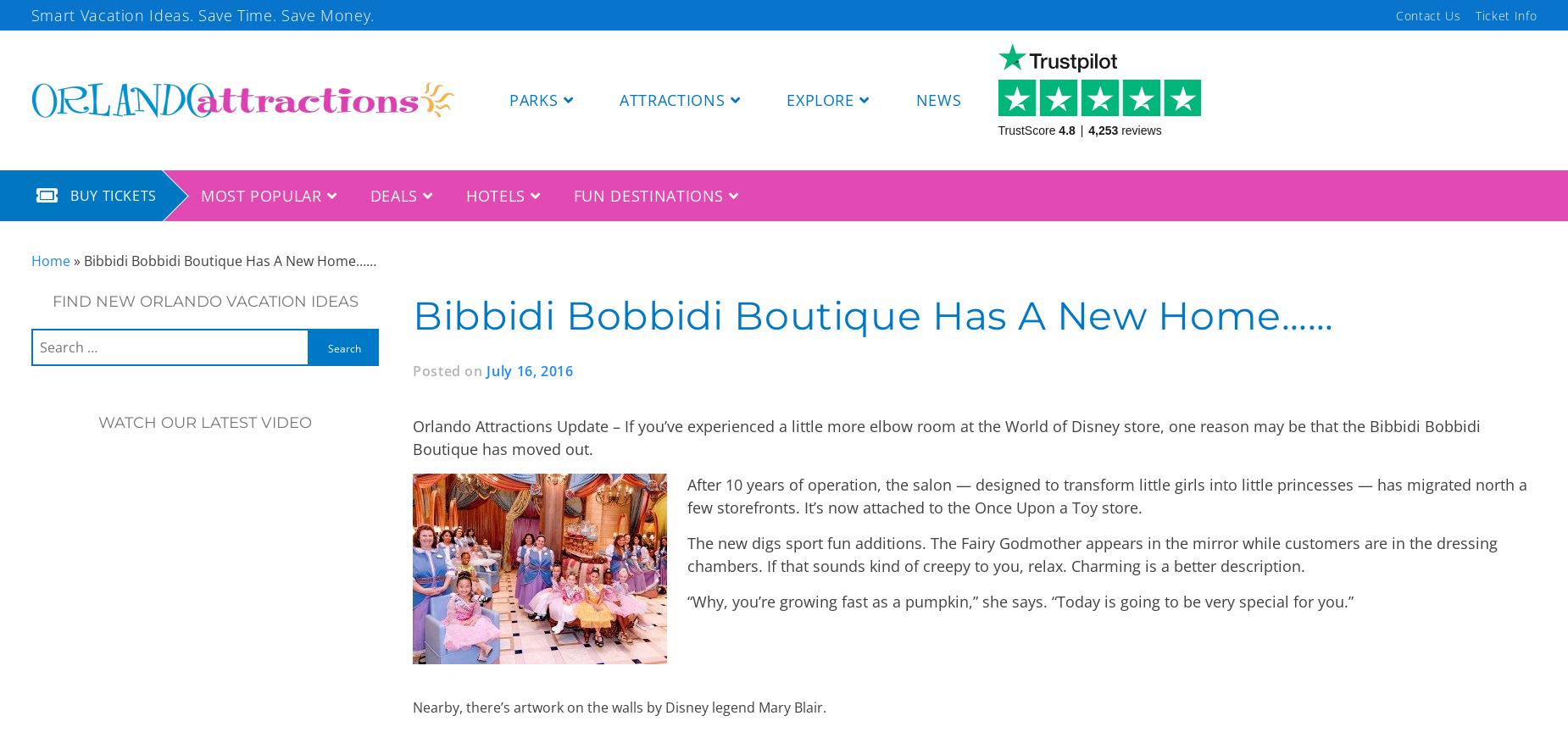  I want to click on 'MOST POPULAR', so click(199, 195).